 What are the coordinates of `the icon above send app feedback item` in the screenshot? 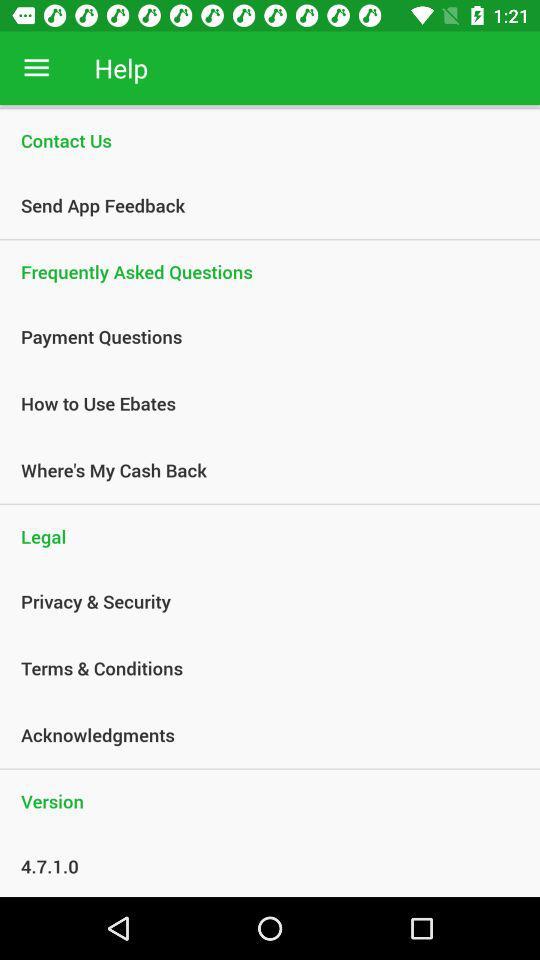 It's located at (270, 139).